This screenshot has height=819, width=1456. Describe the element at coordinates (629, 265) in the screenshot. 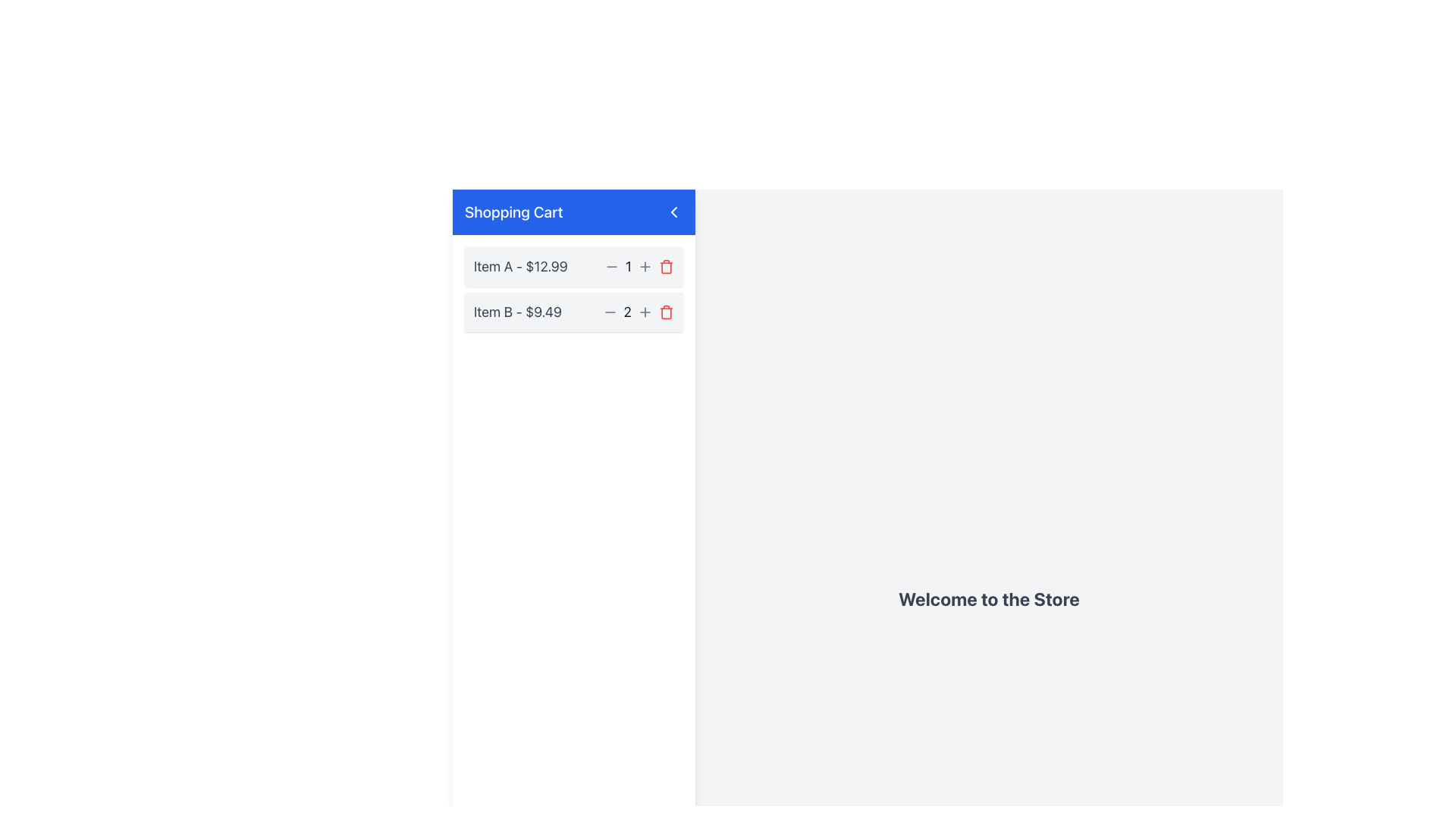

I see `the numeral '1' displayed in a dark shade with a larger font size, located in the top-right corner of the 'Item A' section of the shopping cart, positioned between quantity adjustment elements` at that location.